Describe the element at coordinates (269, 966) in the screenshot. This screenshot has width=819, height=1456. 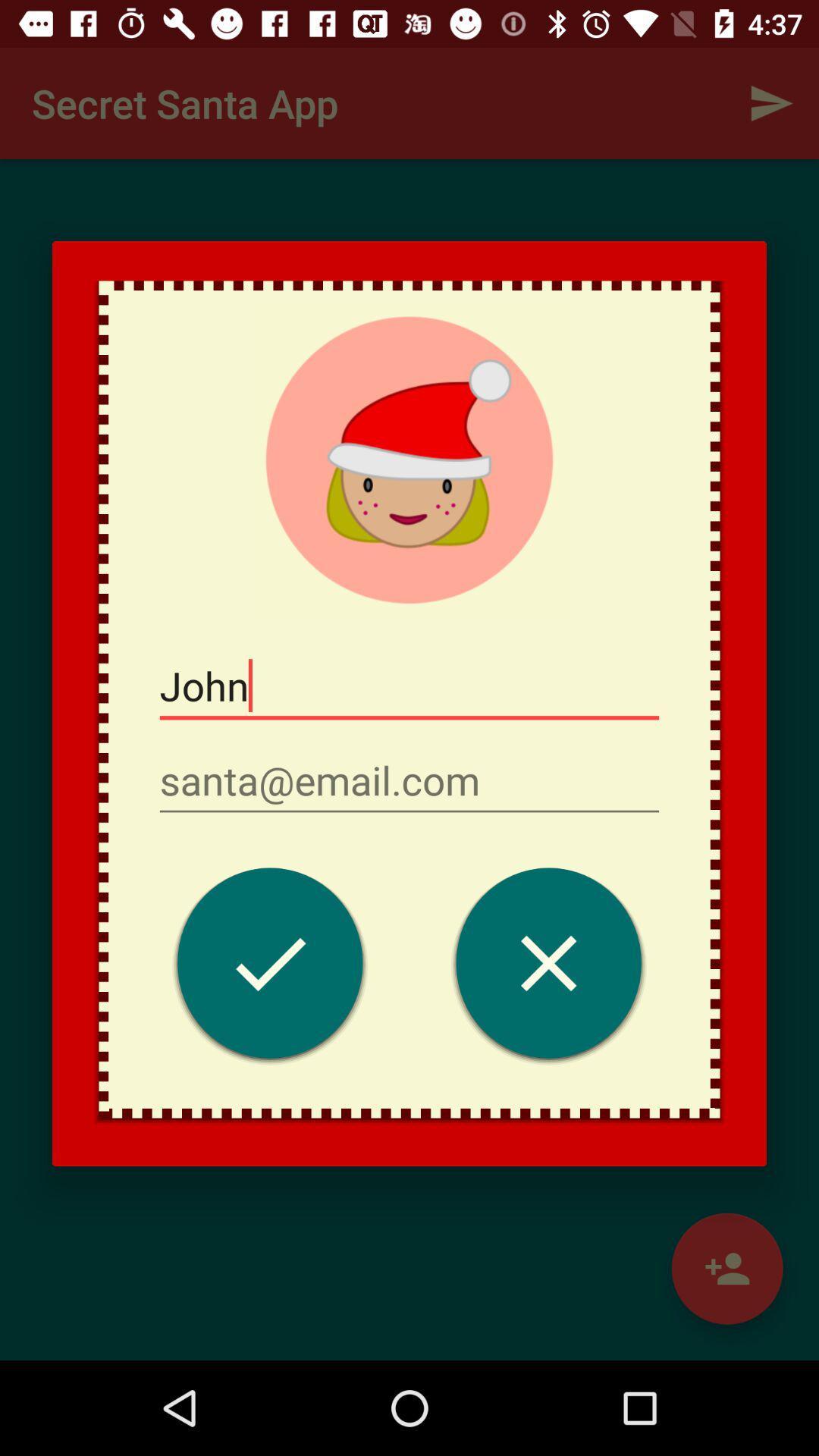
I see `santa contacts secret` at that location.